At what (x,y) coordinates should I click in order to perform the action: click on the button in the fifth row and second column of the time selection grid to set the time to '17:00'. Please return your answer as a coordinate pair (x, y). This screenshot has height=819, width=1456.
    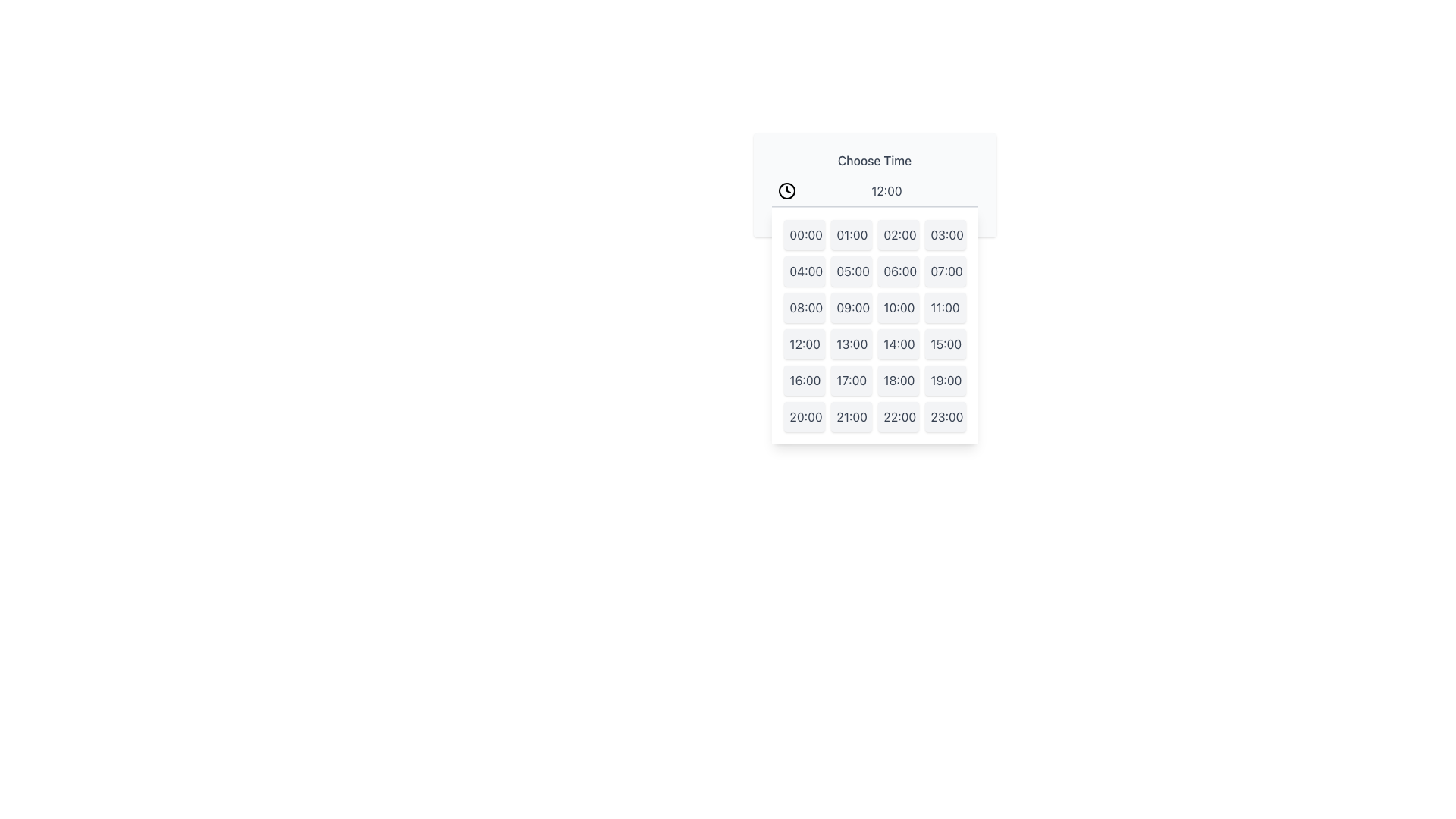
    Looking at the image, I should click on (851, 379).